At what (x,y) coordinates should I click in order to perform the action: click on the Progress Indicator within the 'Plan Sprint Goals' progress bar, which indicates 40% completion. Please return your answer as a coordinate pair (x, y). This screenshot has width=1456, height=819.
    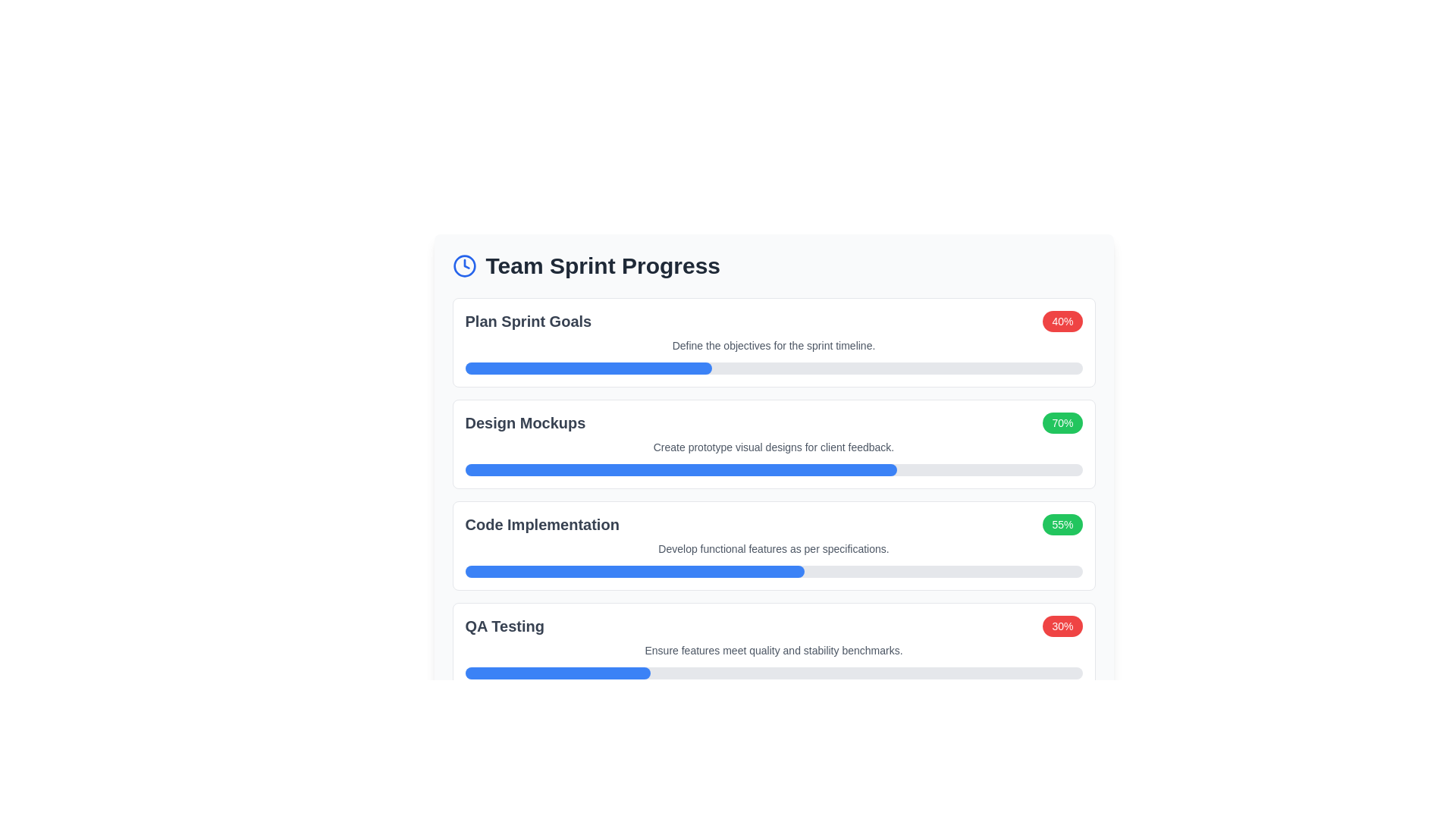
    Looking at the image, I should click on (588, 369).